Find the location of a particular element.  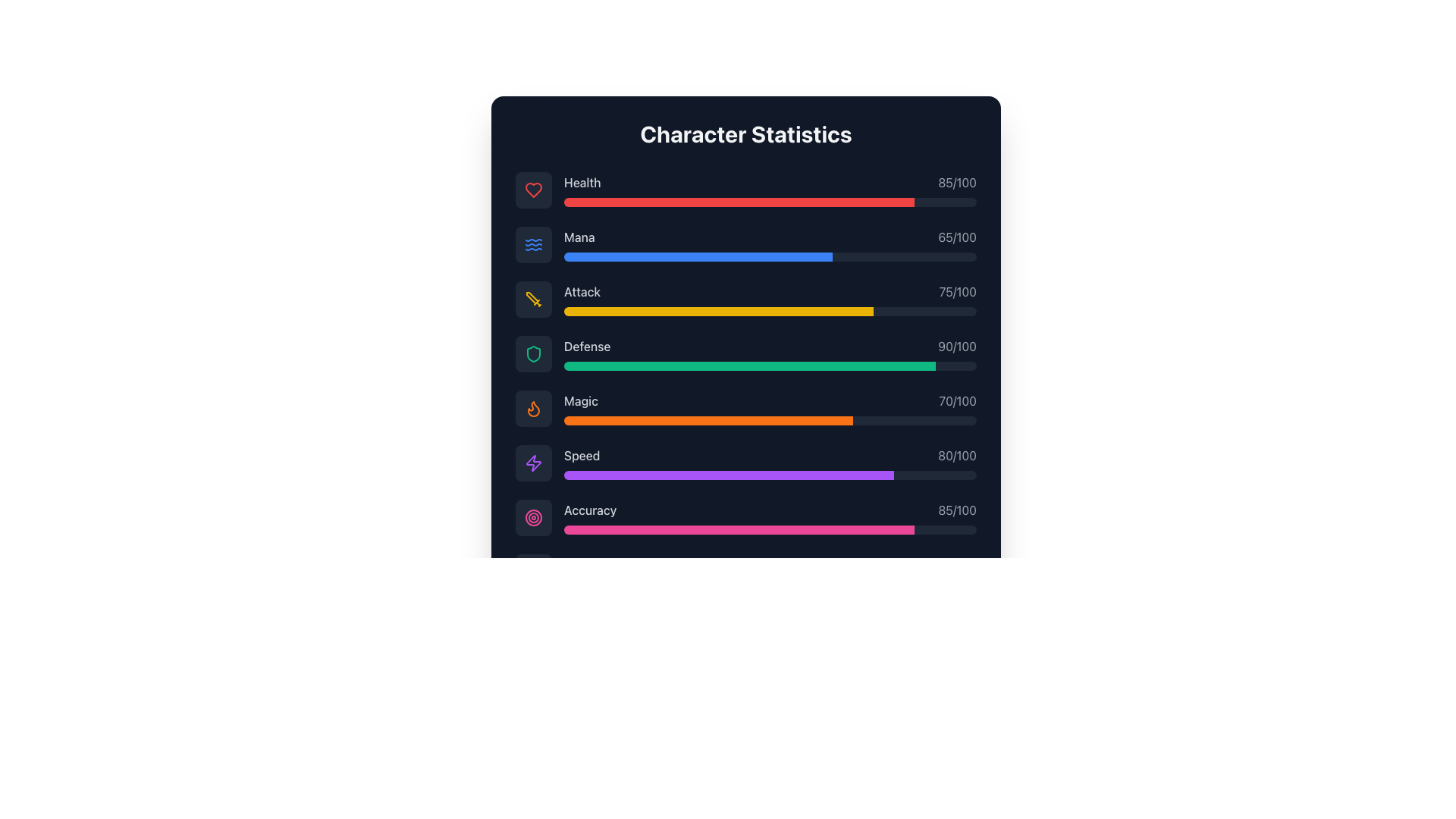

the blue icon with wavy lines located beneath the heart-shaped health icon and above the sword-shaped attack icon, within the 'Character Statistics' section is located at coordinates (534, 244).